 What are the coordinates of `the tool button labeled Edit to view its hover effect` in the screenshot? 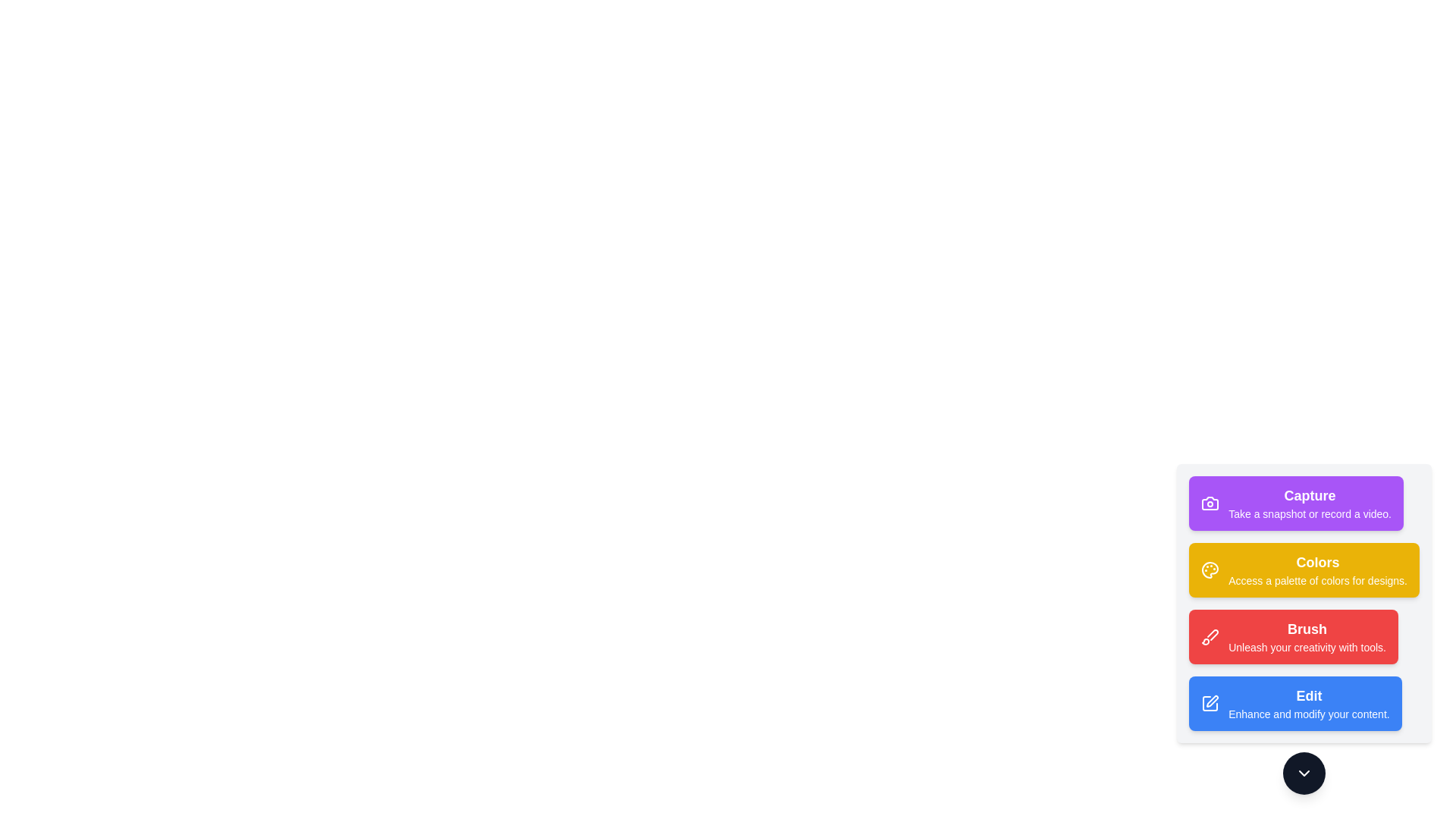 It's located at (1294, 704).